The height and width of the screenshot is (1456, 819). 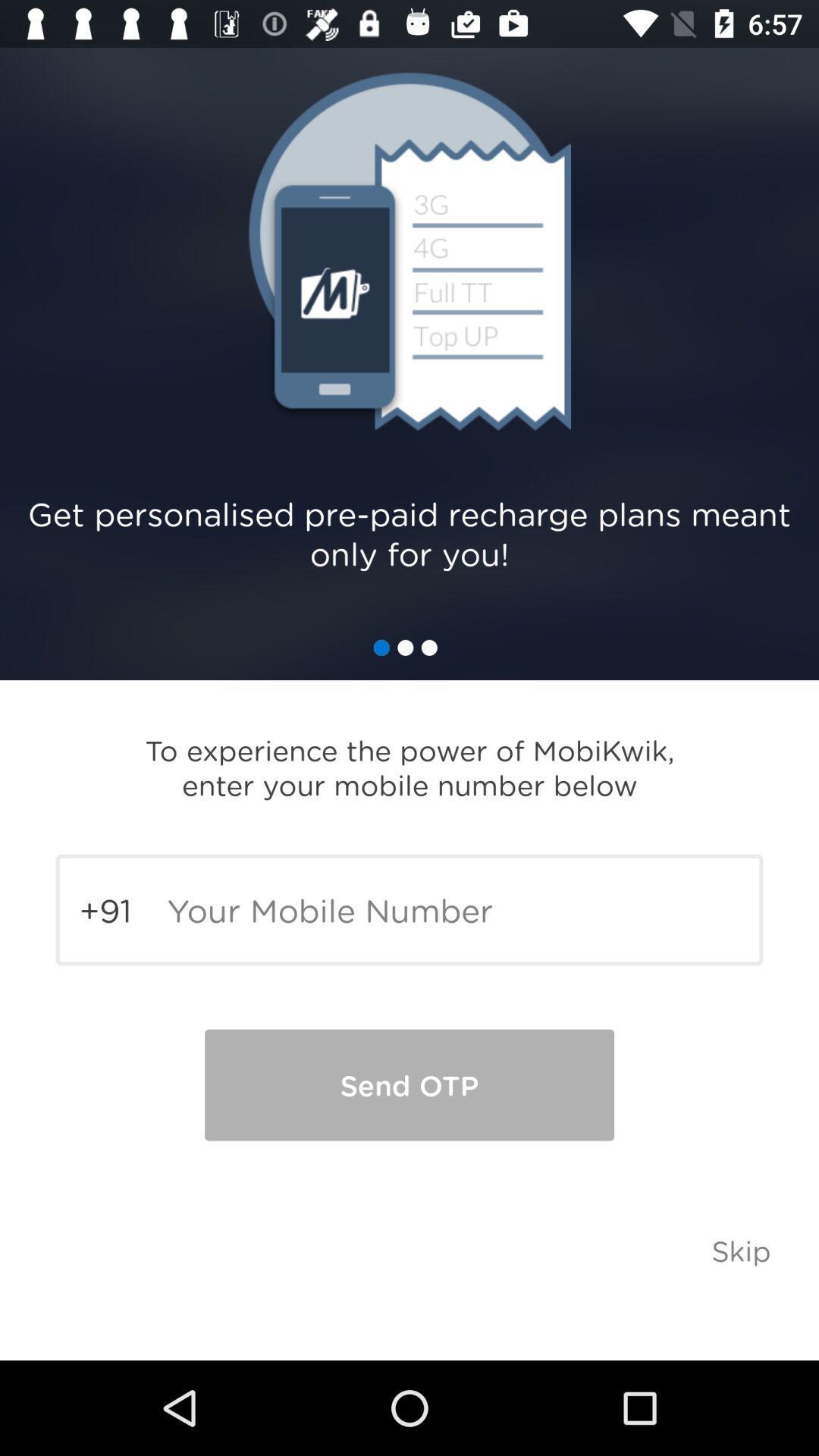 I want to click on skip, so click(x=740, y=1250).